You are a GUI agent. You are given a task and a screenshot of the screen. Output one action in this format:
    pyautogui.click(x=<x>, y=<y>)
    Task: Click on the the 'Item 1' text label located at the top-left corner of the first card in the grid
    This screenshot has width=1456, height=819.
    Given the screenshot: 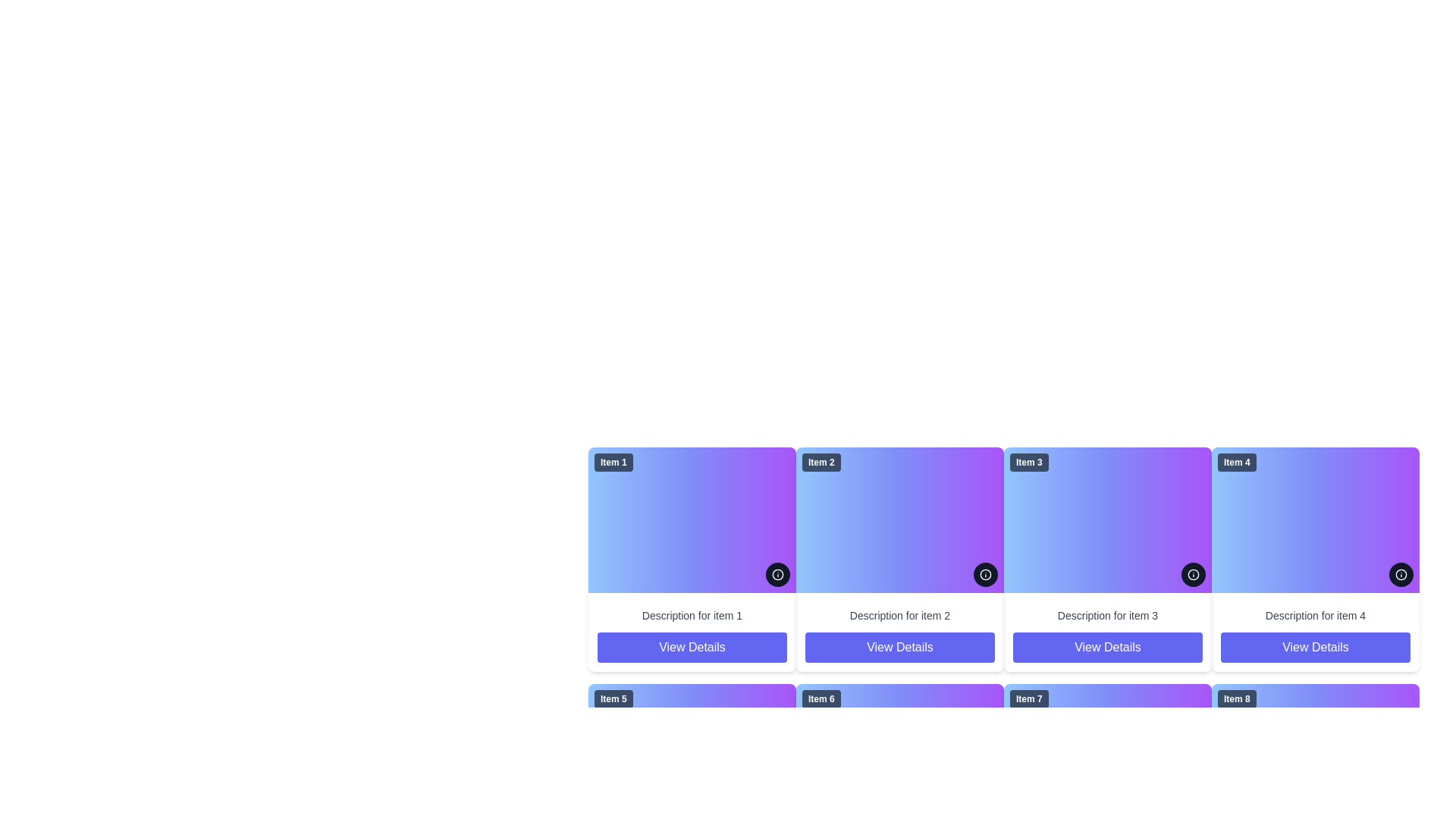 What is the action you would take?
    pyautogui.click(x=613, y=461)
    